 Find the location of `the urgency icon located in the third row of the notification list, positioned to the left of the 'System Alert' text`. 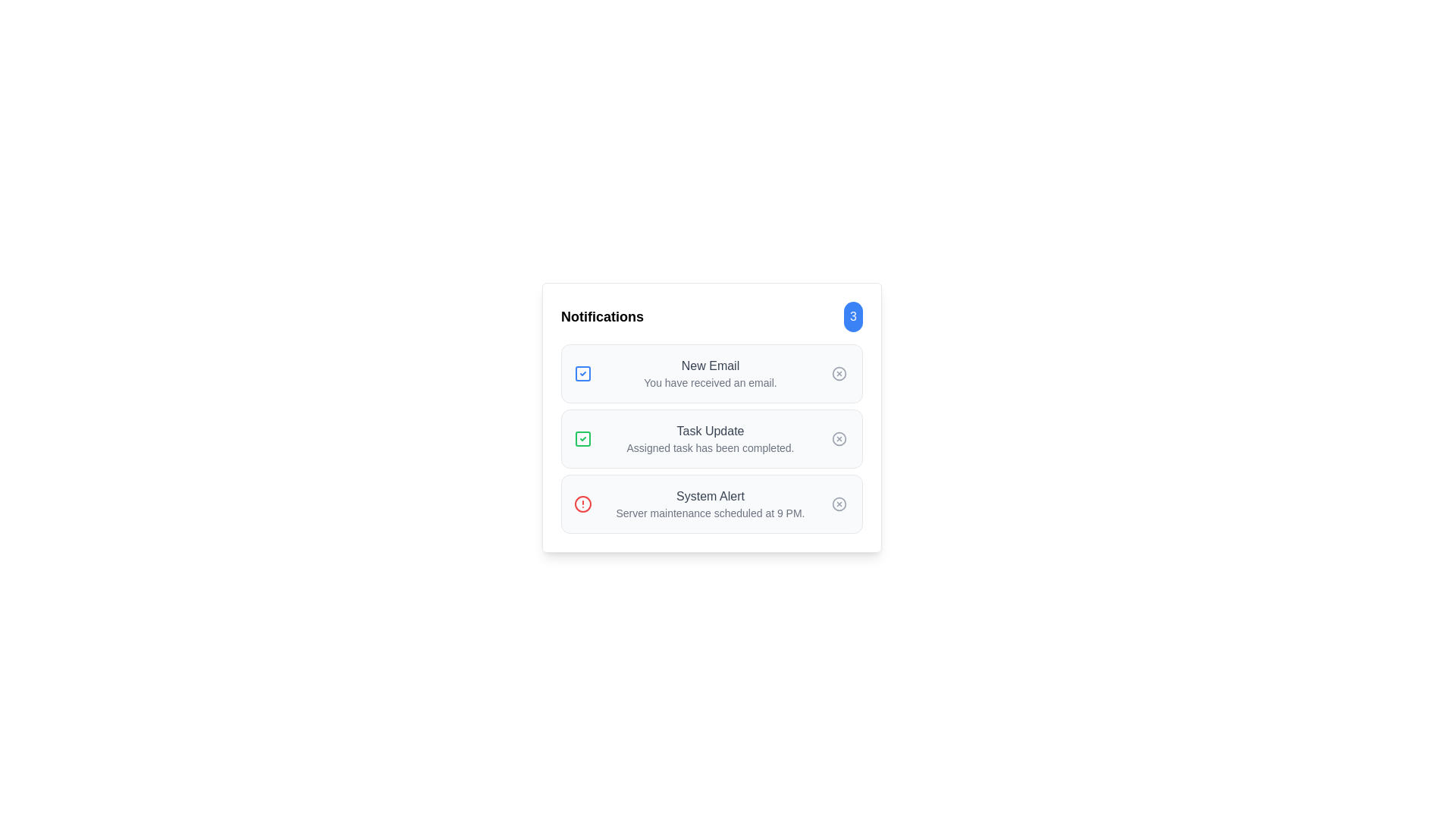

the urgency icon located in the third row of the notification list, positioned to the left of the 'System Alert' text is located at coordinates (582, 504).